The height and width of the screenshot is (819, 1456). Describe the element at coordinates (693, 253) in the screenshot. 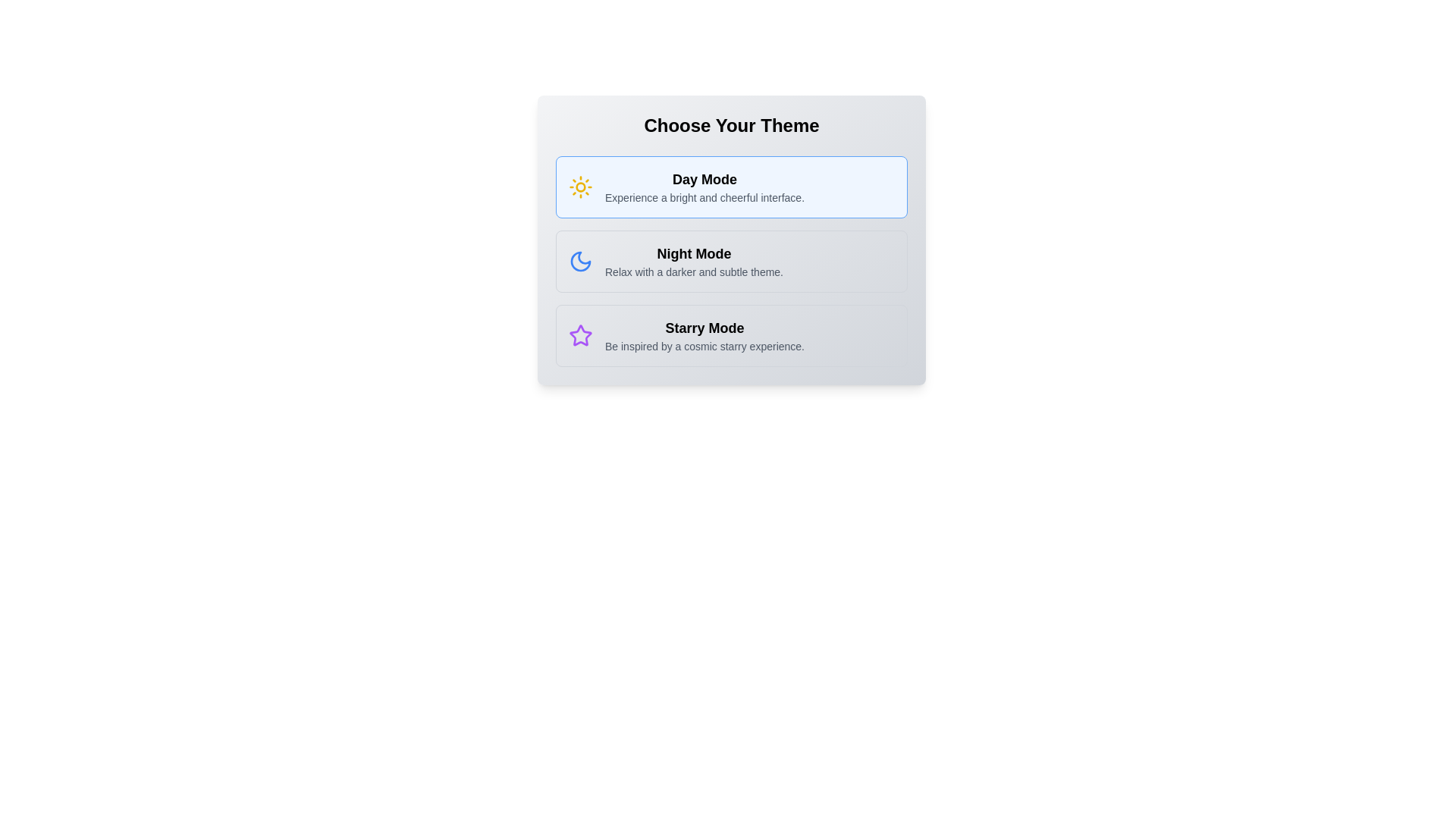

I see `the 'Night Mode' text label located between 'Day Mode' and the description 'Relax with a darker and subtle theme.'` at that location.